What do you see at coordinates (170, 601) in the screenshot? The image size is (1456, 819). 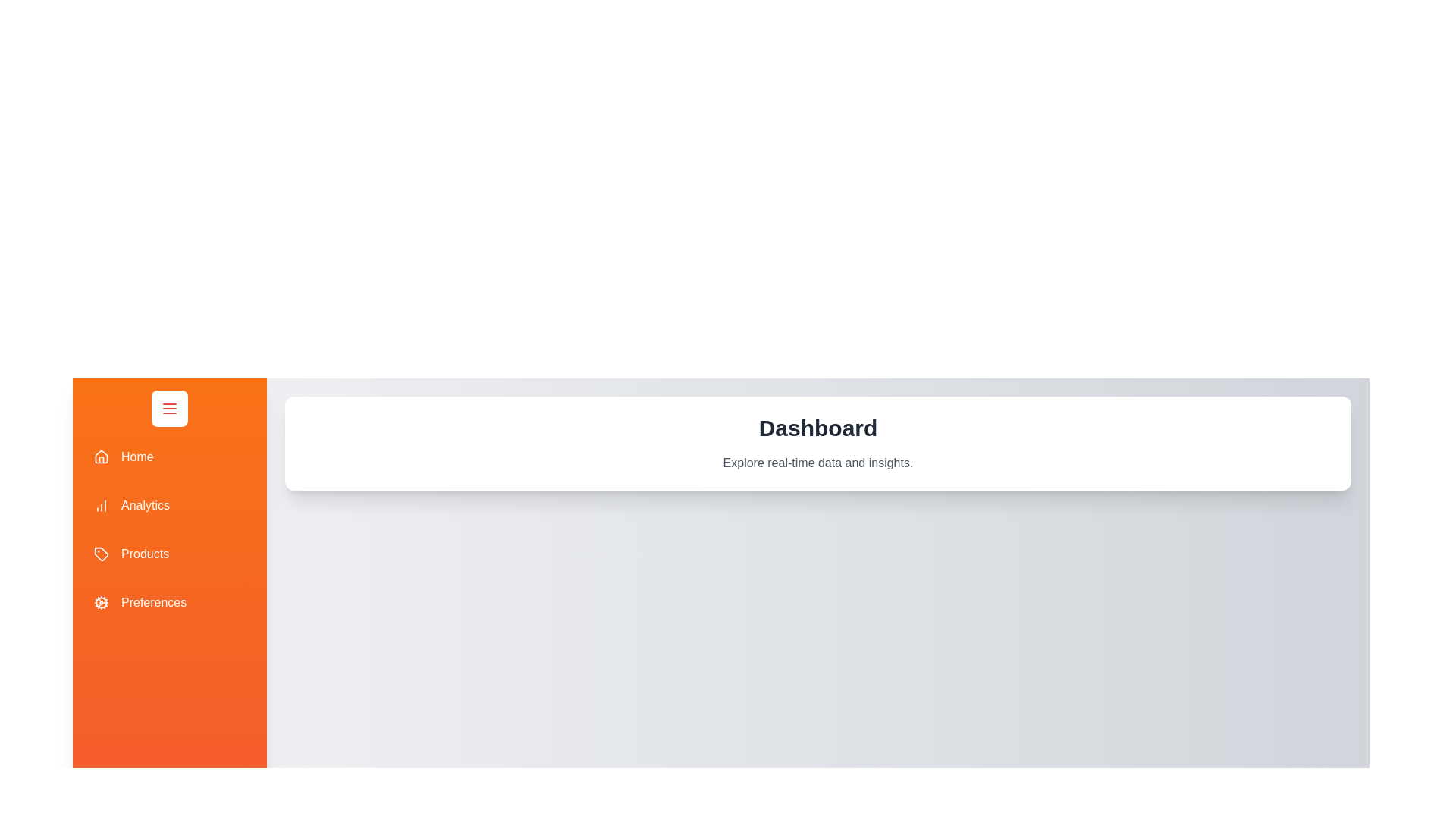 I see `the Preferences tab in the drawer` at bounding box center [170, 601].